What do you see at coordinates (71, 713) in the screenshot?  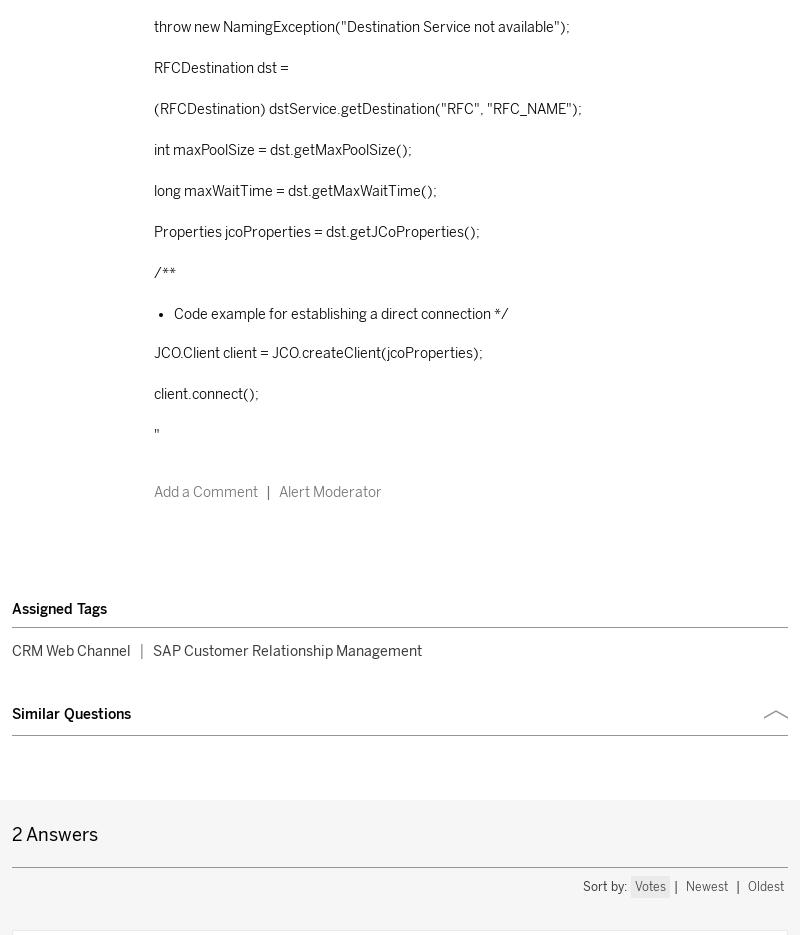 I see `'Similar Questions'` at bounding box center [71, 713].